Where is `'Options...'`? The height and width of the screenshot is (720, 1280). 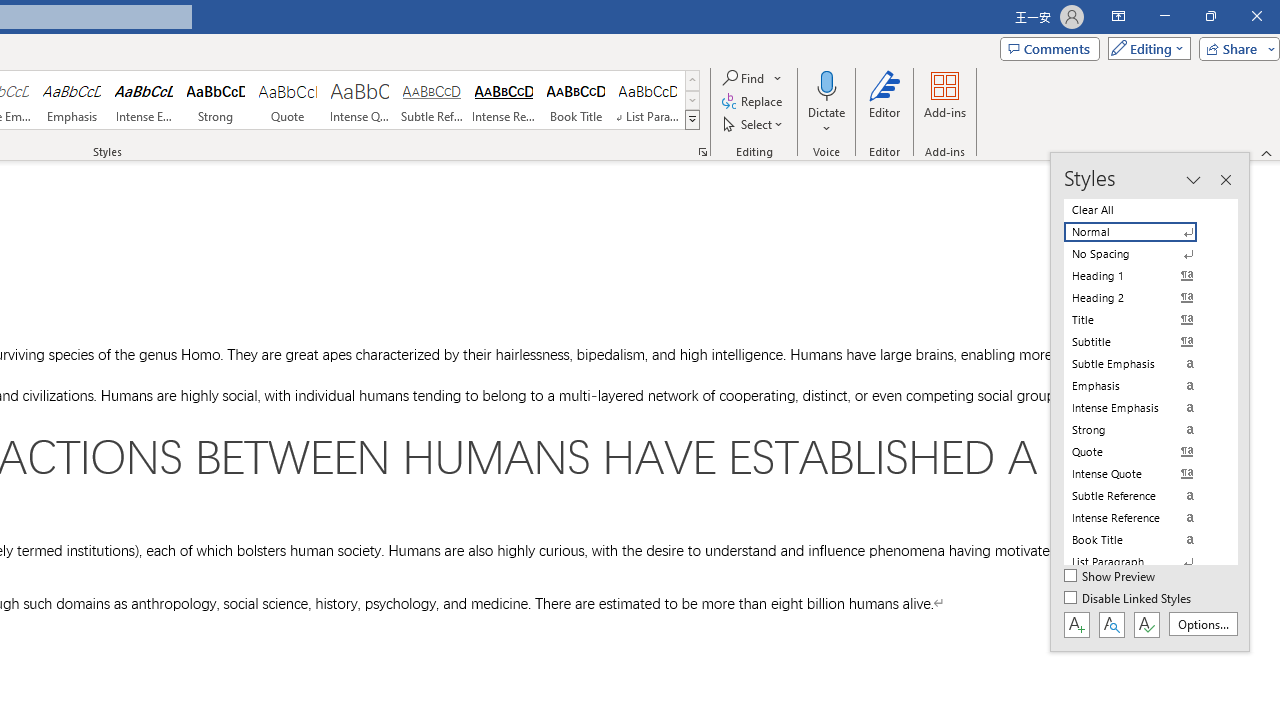 'Options...' is located at coordinates (1202, 622).